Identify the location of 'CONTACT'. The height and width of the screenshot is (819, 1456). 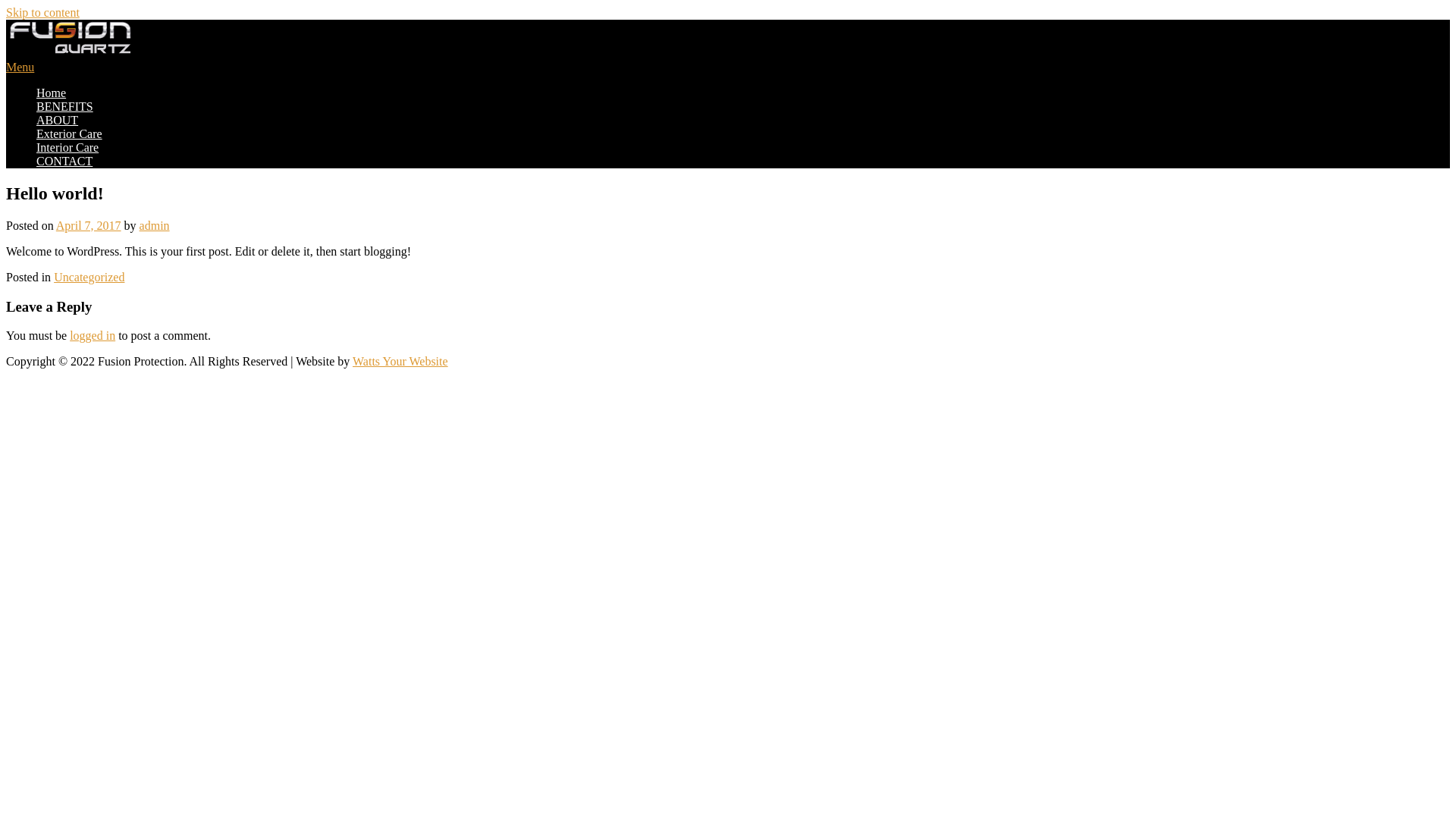
(36, 161).